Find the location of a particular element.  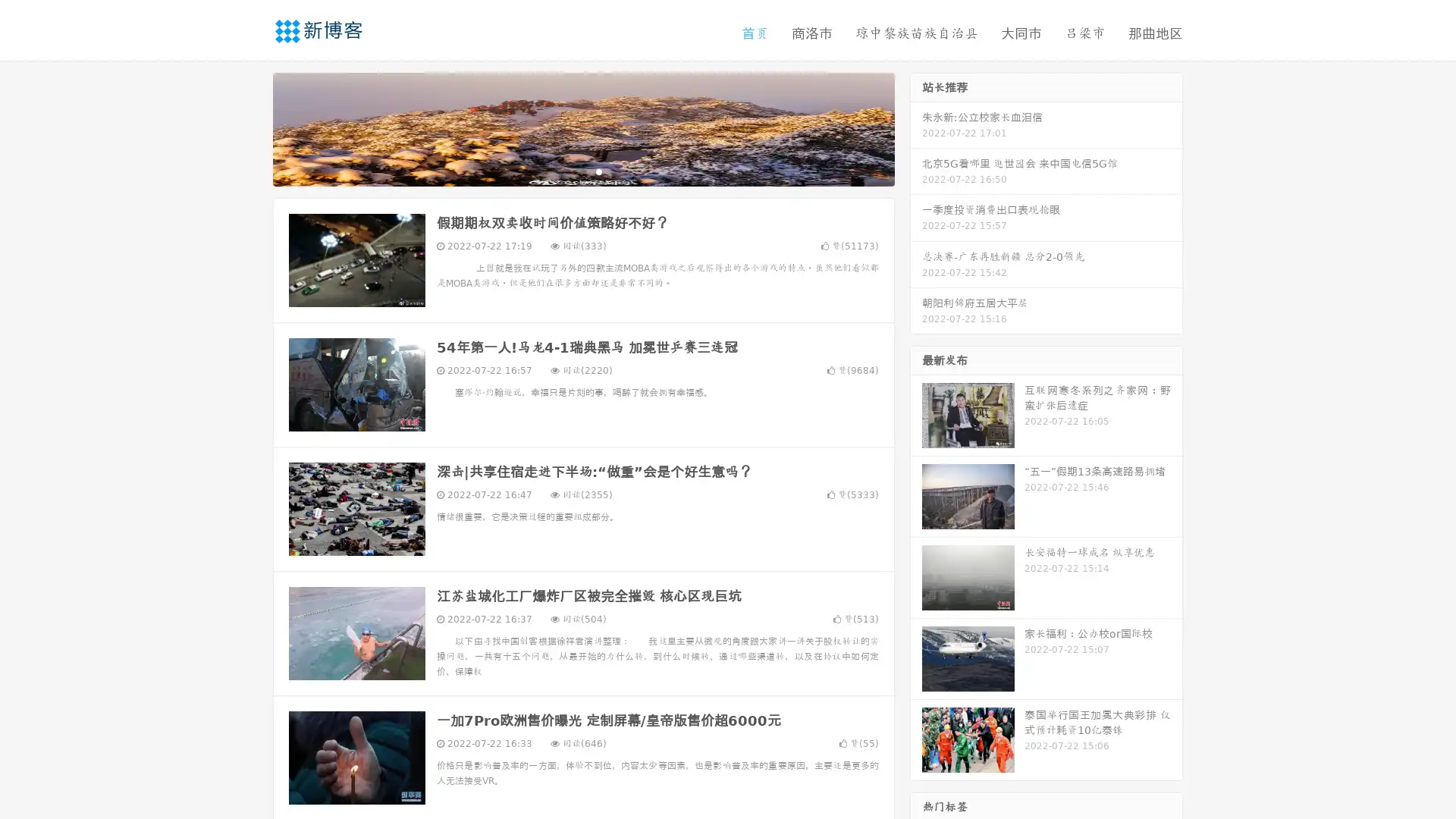

Next slide is located at coordinates (916, 127).